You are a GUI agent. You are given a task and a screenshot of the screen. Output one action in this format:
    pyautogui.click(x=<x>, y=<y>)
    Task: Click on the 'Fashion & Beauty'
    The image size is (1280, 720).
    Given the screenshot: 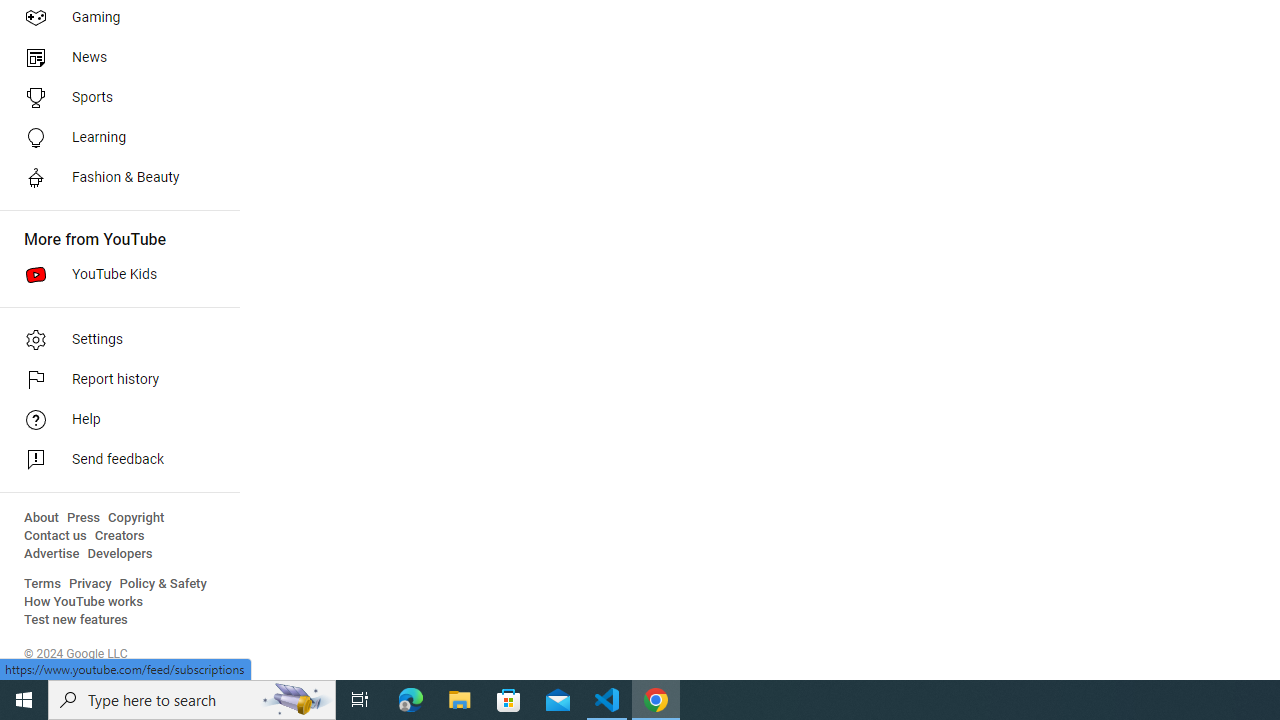 What is the action you would take?
    pyautogui.click(x=112, y=176)
    